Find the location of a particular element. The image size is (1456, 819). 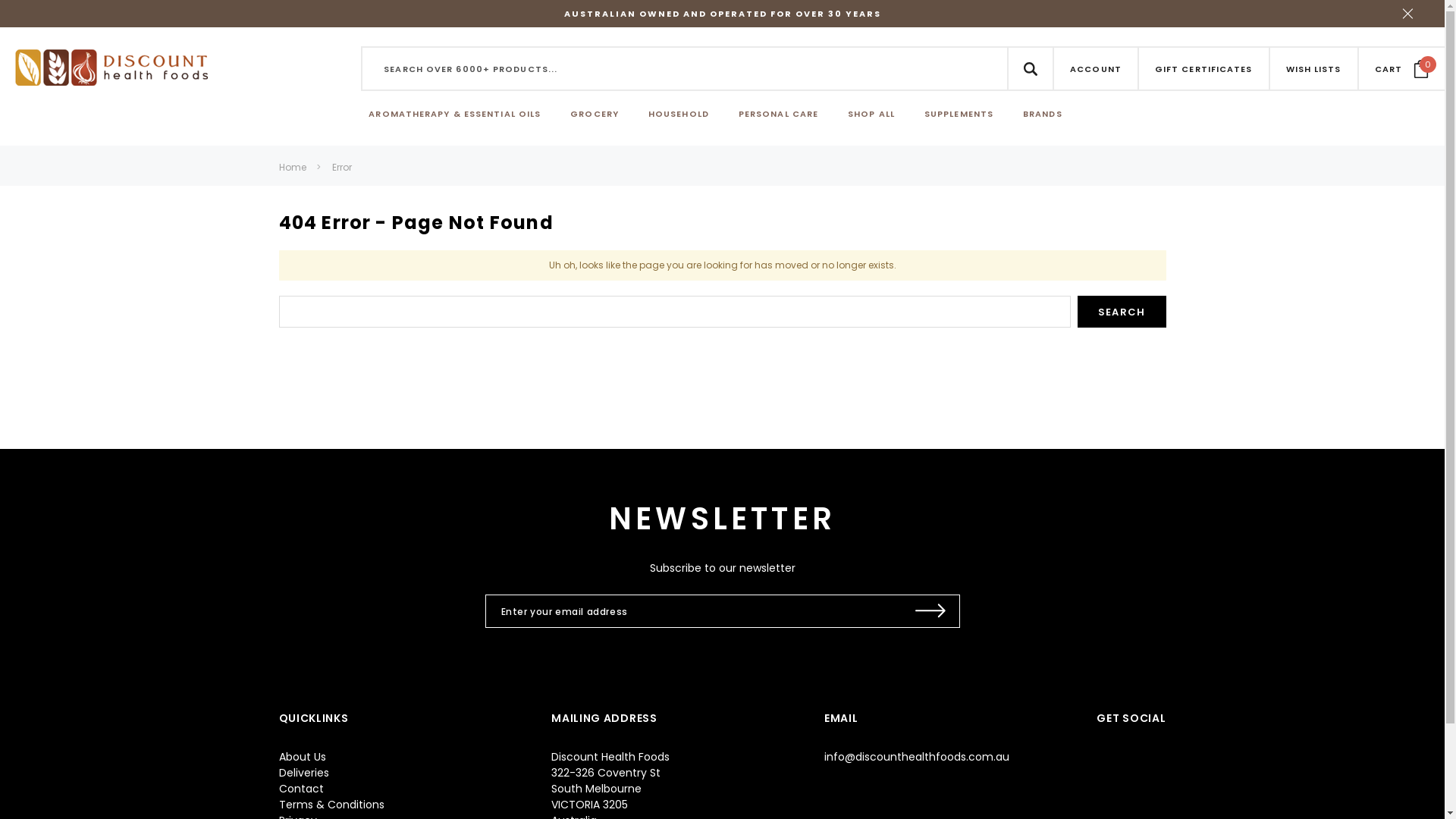

'WISH LISTS' is located at coordinates (1285, 68).